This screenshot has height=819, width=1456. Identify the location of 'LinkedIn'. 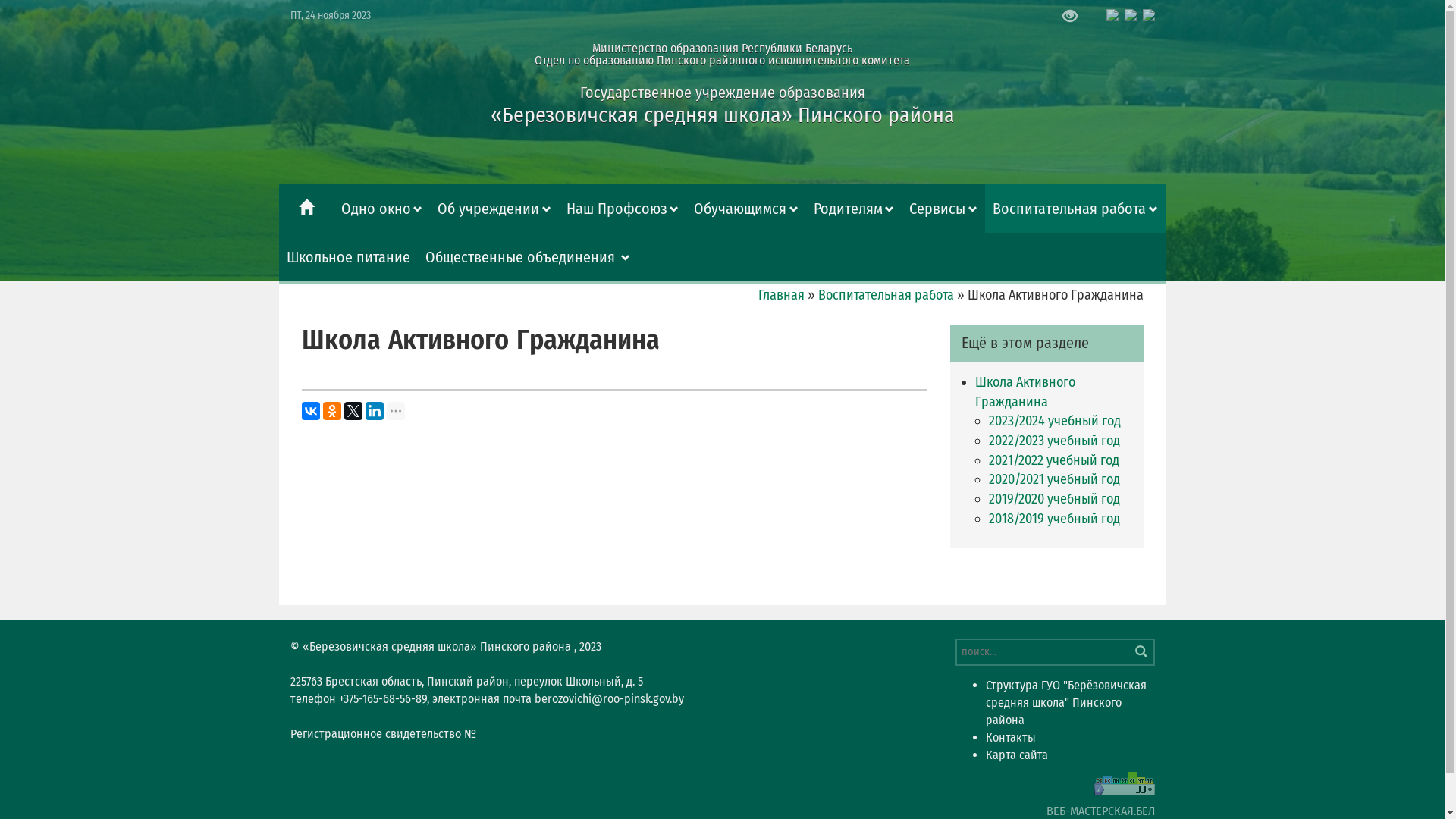
(365, 411).